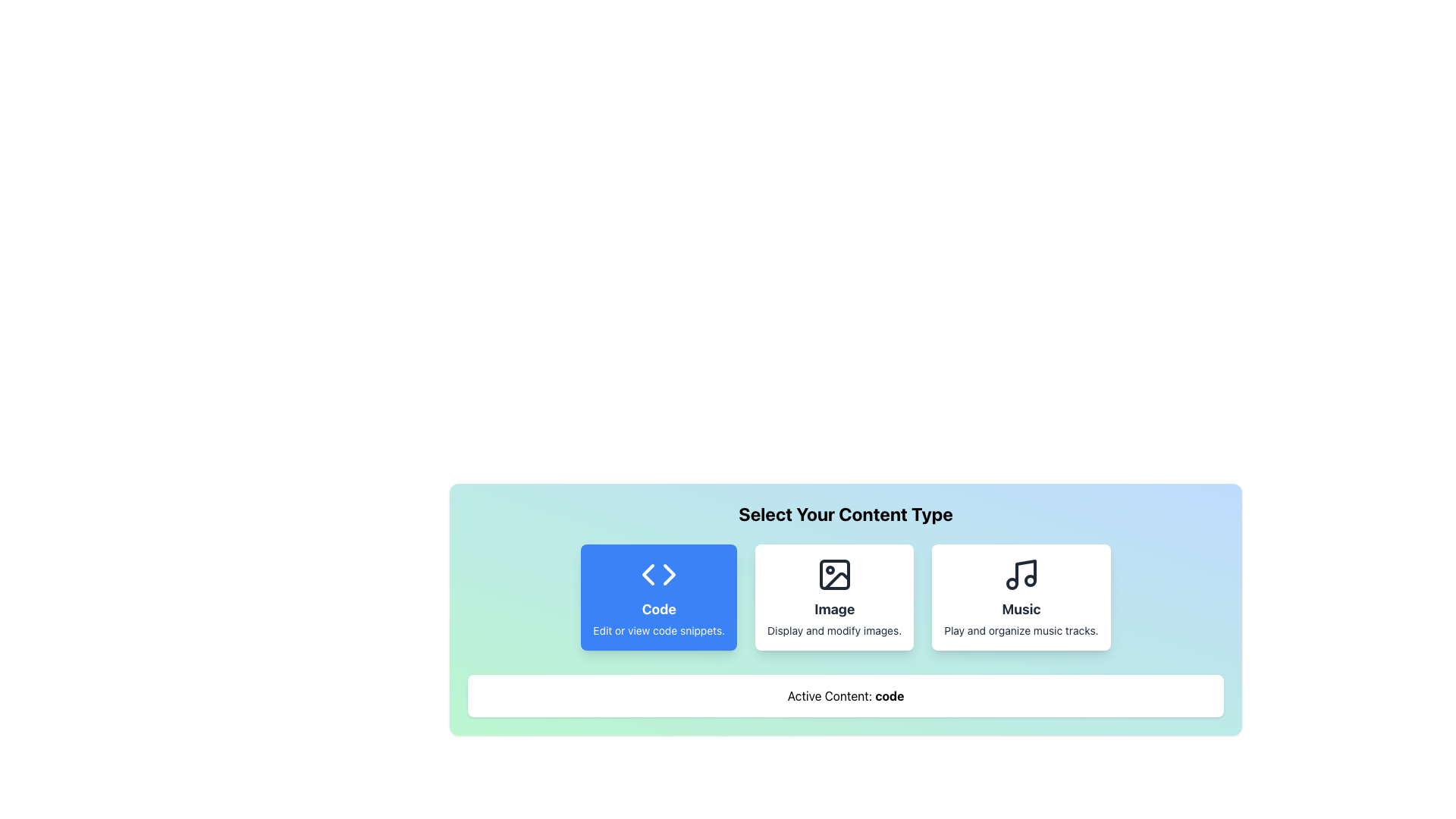  What do you see at coordinates (890, 696) in the screenshot?
I see `the informational Text Label that indicates the currently active content type, which is part of the string 'Active Content: code' and located at the bottom of the interface` at bounding box center [890, 696].